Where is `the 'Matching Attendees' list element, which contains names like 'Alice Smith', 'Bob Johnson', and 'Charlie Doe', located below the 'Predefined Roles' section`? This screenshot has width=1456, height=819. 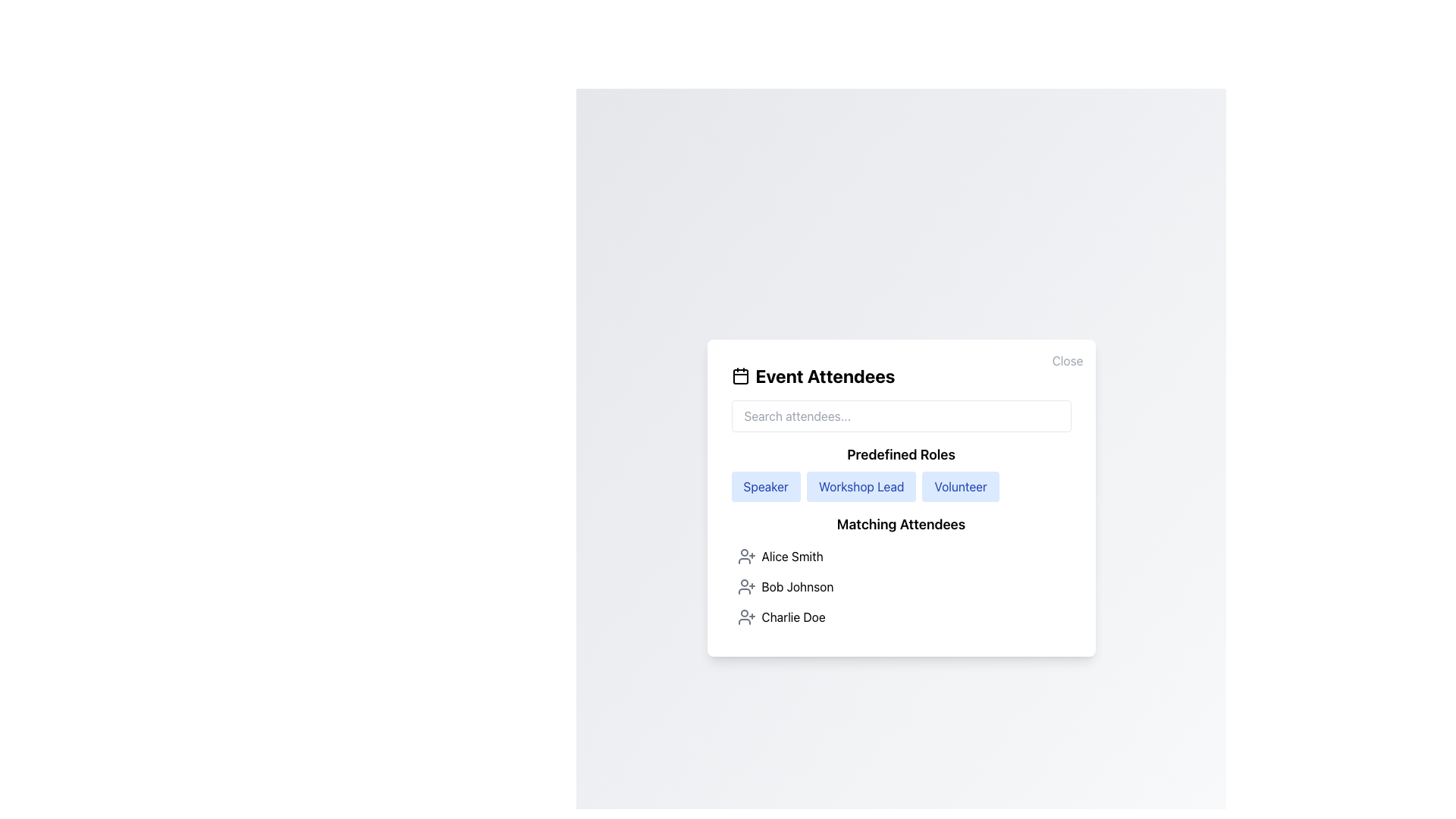 the 'Matching Attendees' list element, which contains names like 'Alice Smith', 'Bob Johnson', and 'Charlie Doe', located below the 'Predefined Roles' section is located at coordinates (901, 573).